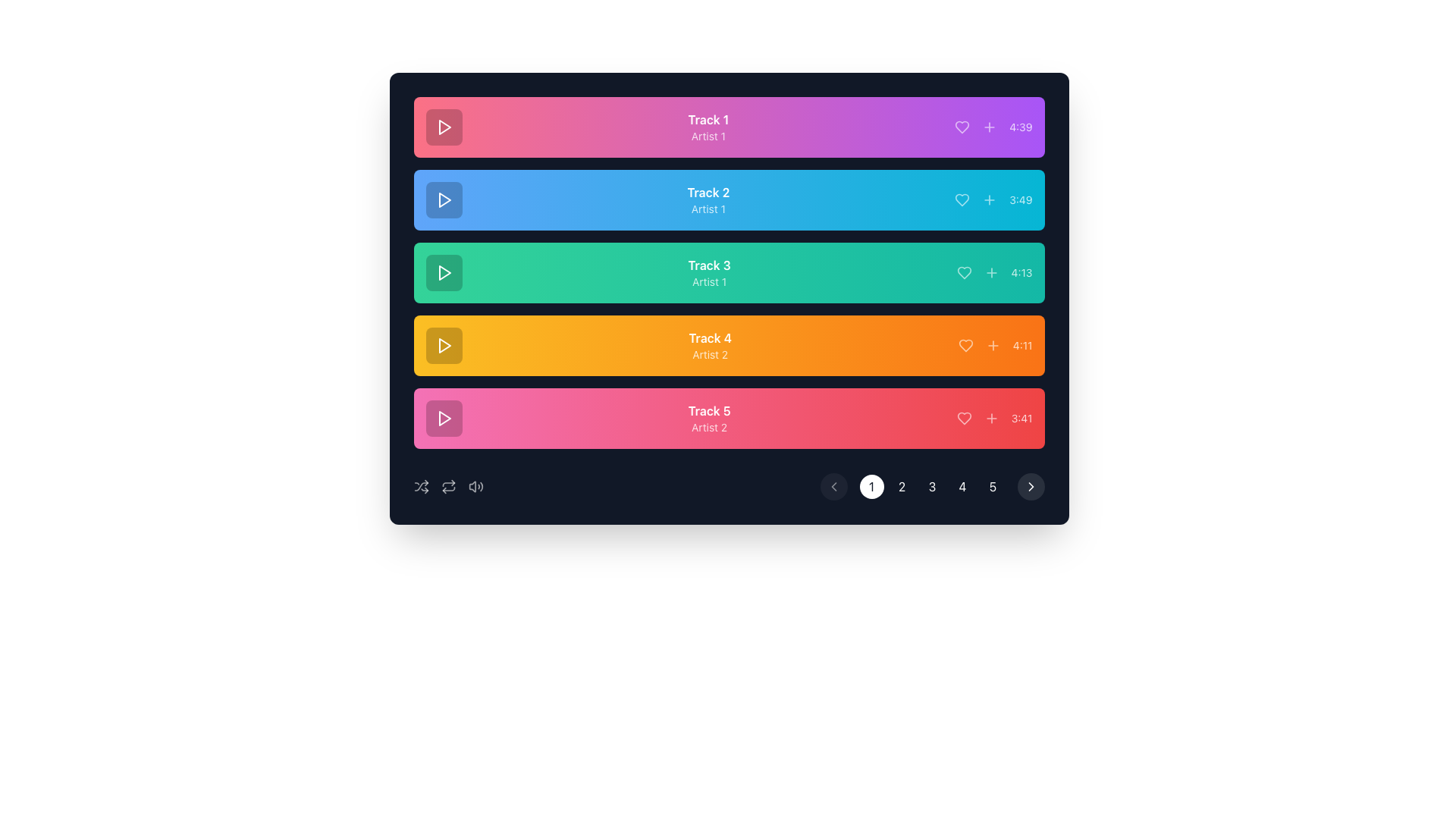  Describe the element at coordinates (447, 486) in the screenshot. I see `the interactive icon button located in the bottom-left part of the interface` at that location.